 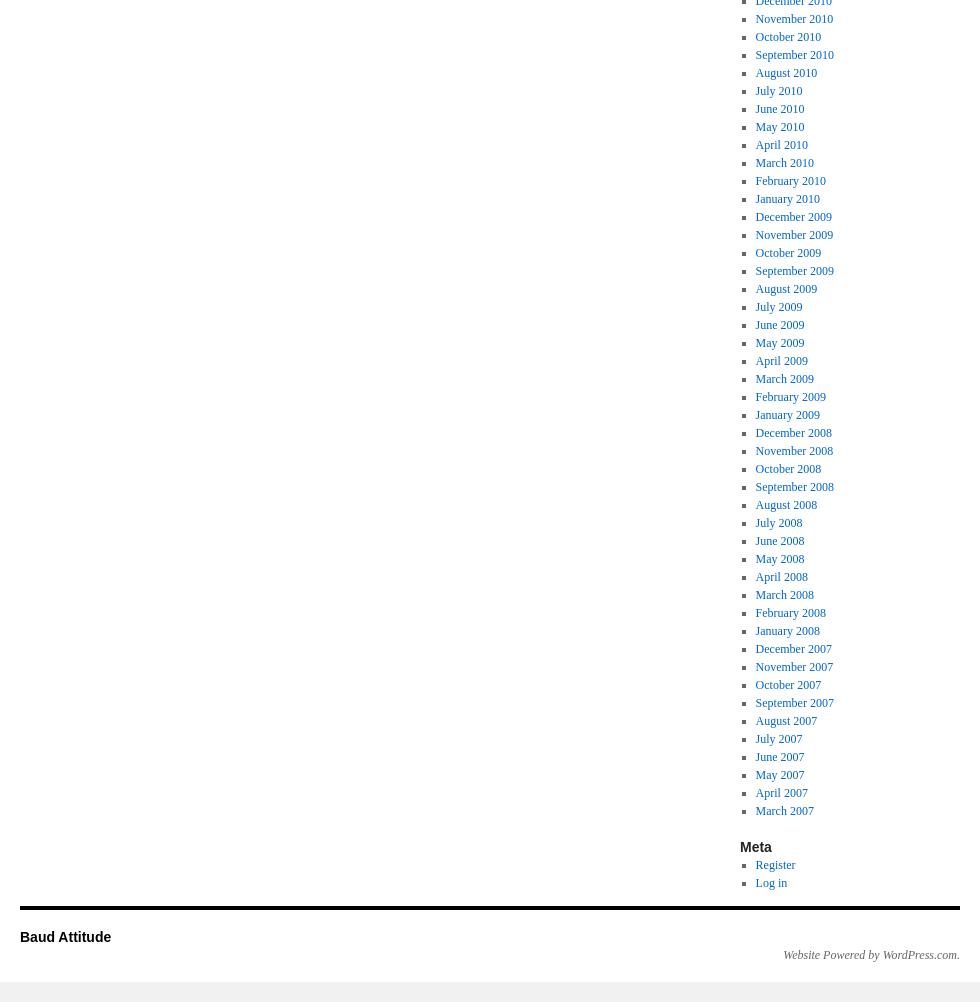 What do you see at coordinates (785, 721) in the screenshot?
I see `'August 2007'` at bounding box center [785, 721].